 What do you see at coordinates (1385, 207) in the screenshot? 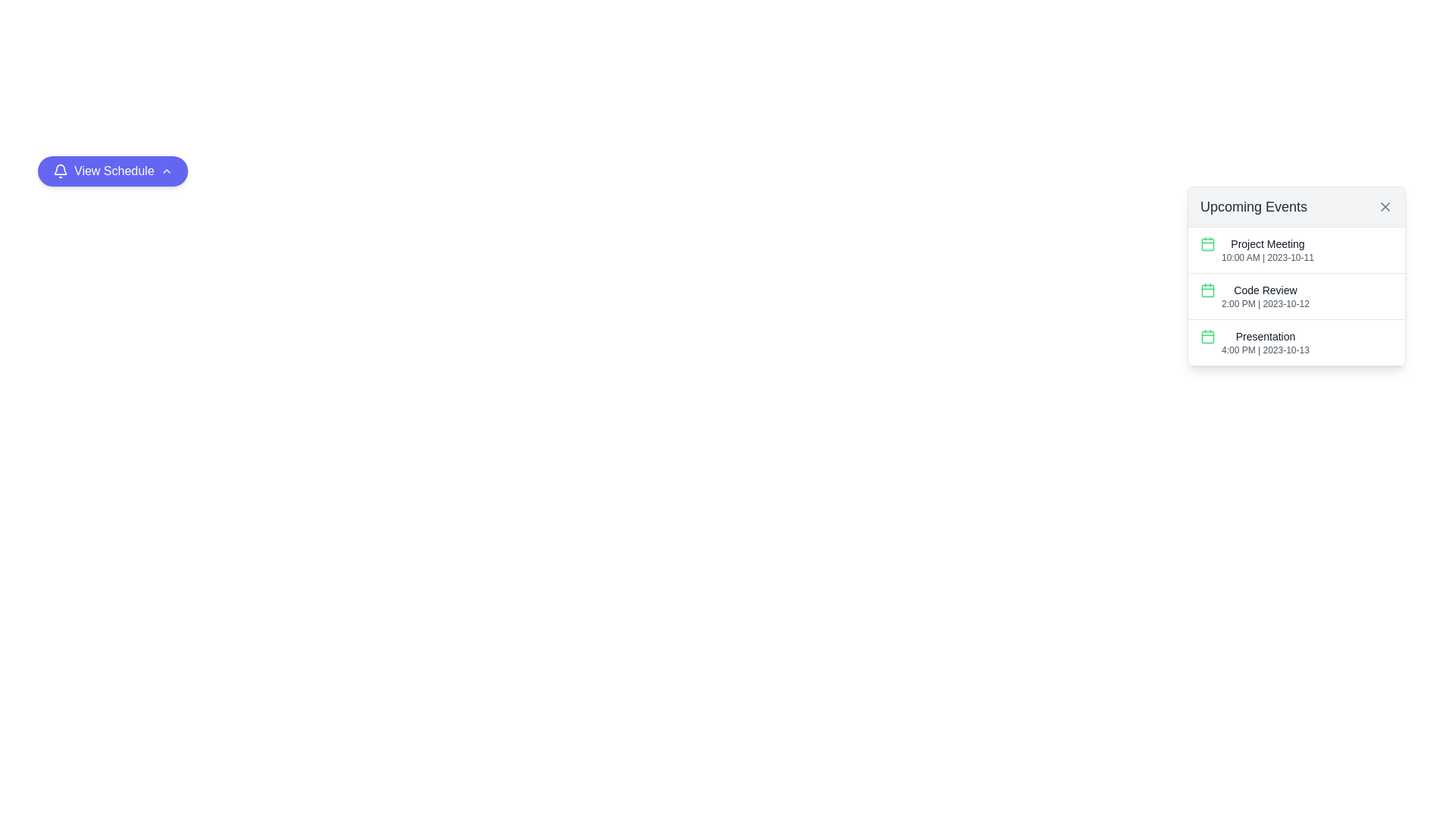
I see `the close button located in the header of the 'Upcoming Events' widget, positioned to the far right next to the title text, to trigger a color change` at bounding box center [1385, 207].